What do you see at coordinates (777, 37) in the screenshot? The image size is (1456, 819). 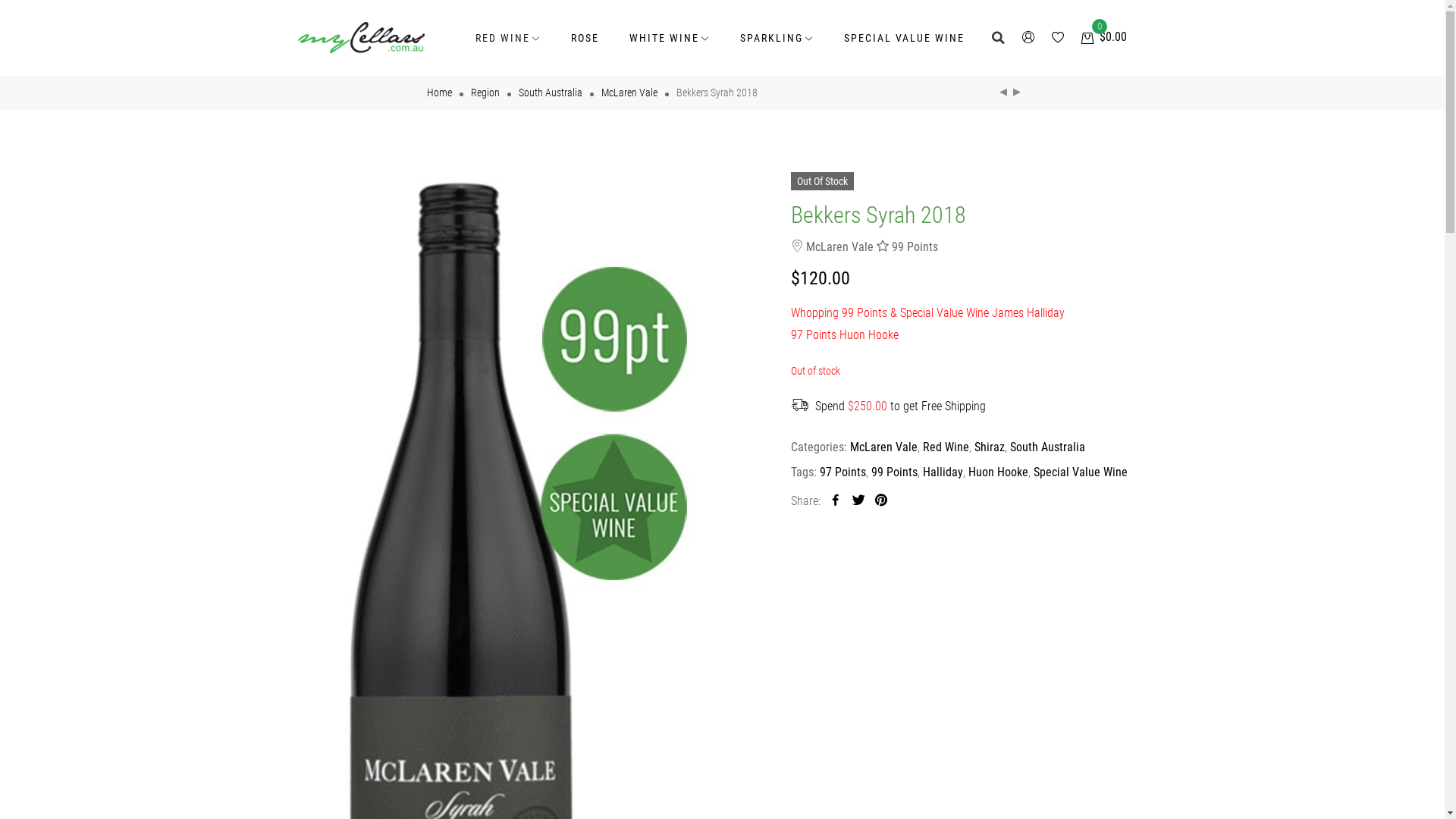 I see `'SPARKLING'` at bounding box center [777, 37].